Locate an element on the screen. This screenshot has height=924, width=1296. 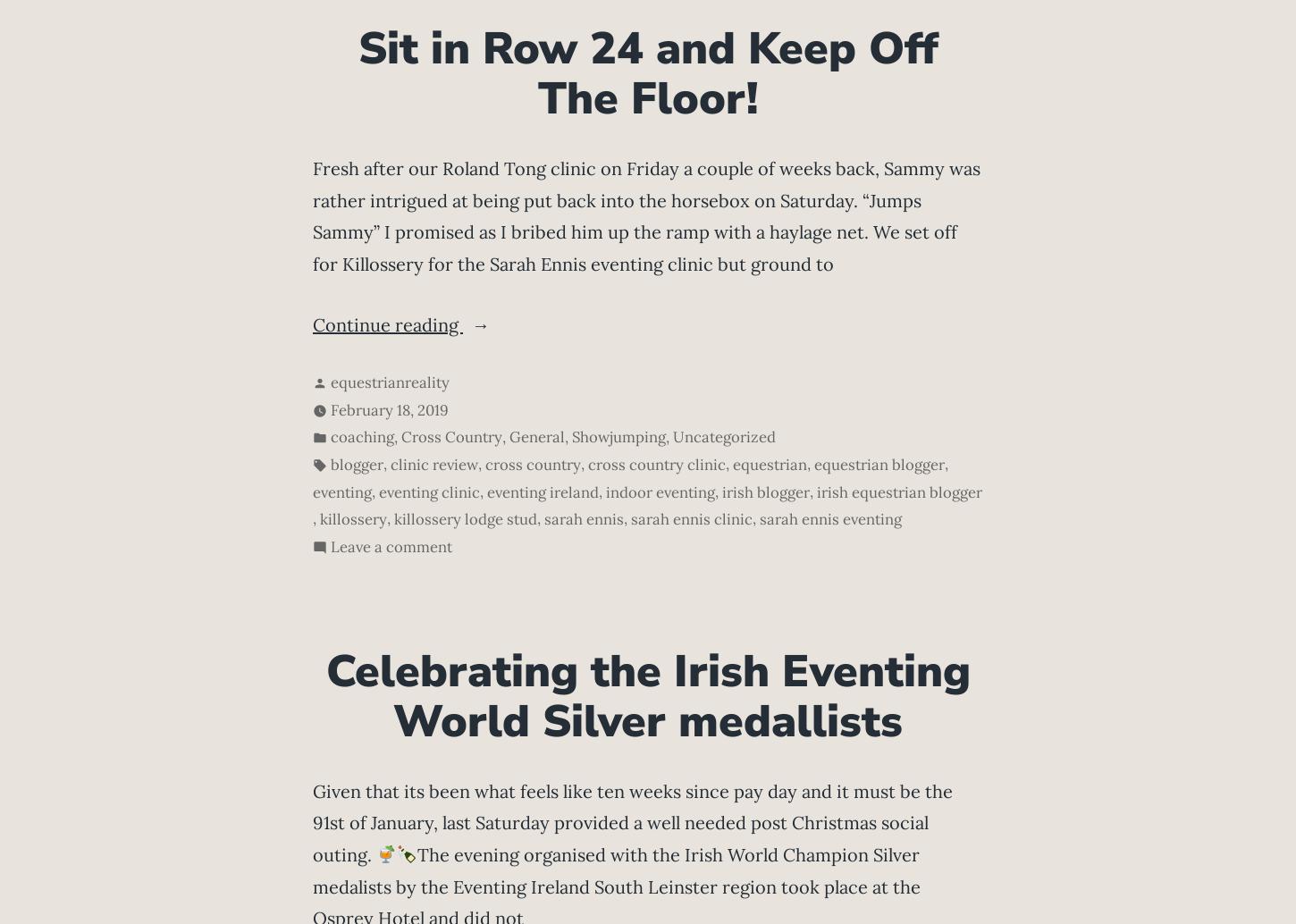
'irish blogger' is located at coordinates (764, 491).